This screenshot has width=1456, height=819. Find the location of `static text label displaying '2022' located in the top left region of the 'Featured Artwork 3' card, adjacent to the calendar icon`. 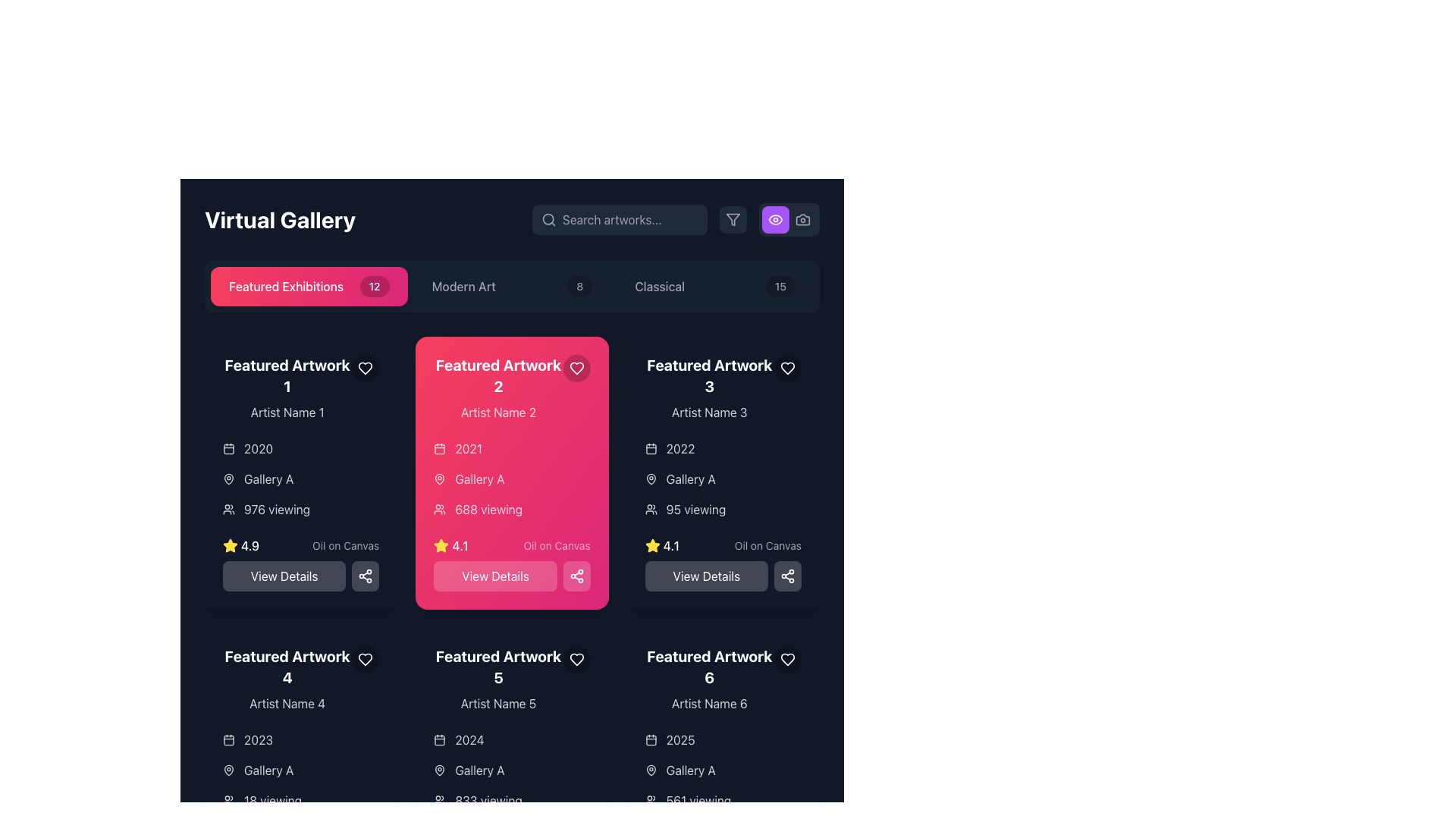

static text label displaying '2022' located in the top left region of the 'Featured Artwork 3' card, adjacent to the calendar icon is located at coordinates (679, 447).